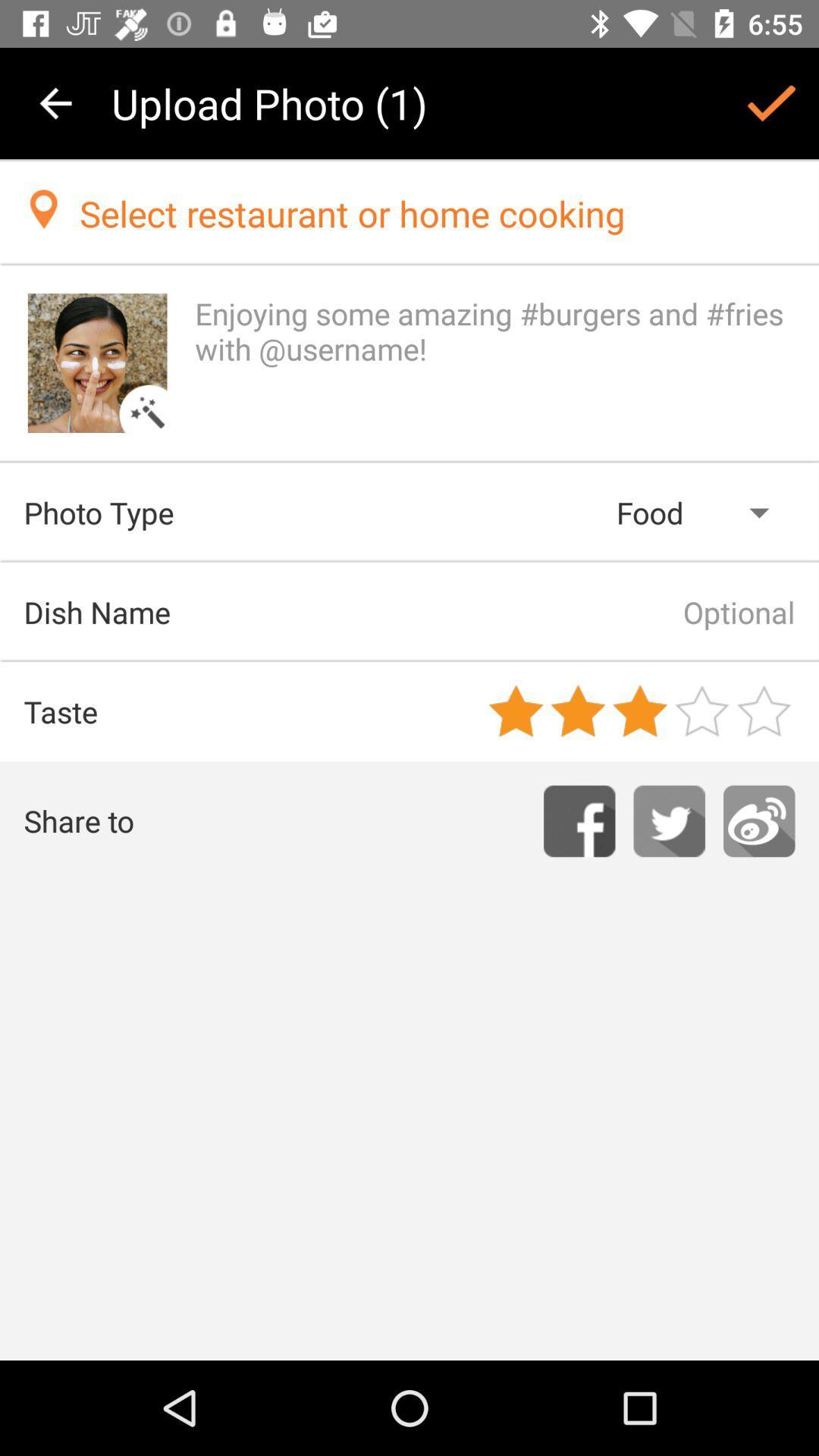  Describe the element at coordinates (97, 362) in the screenshot. I see `allows an image to be uploaded` at that location.